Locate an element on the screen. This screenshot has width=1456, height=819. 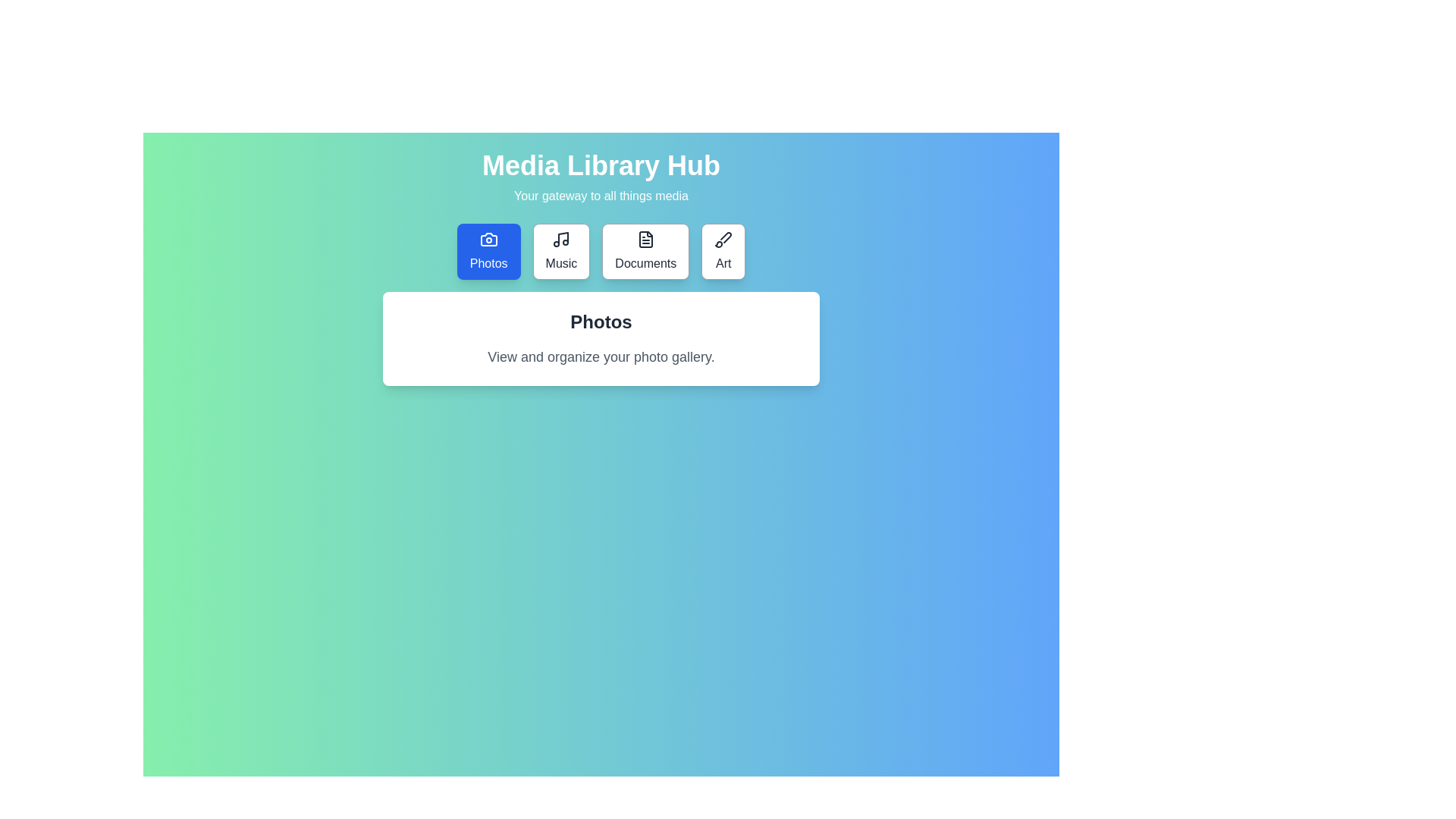
the Photos tab is located at coordinates (488, 250).